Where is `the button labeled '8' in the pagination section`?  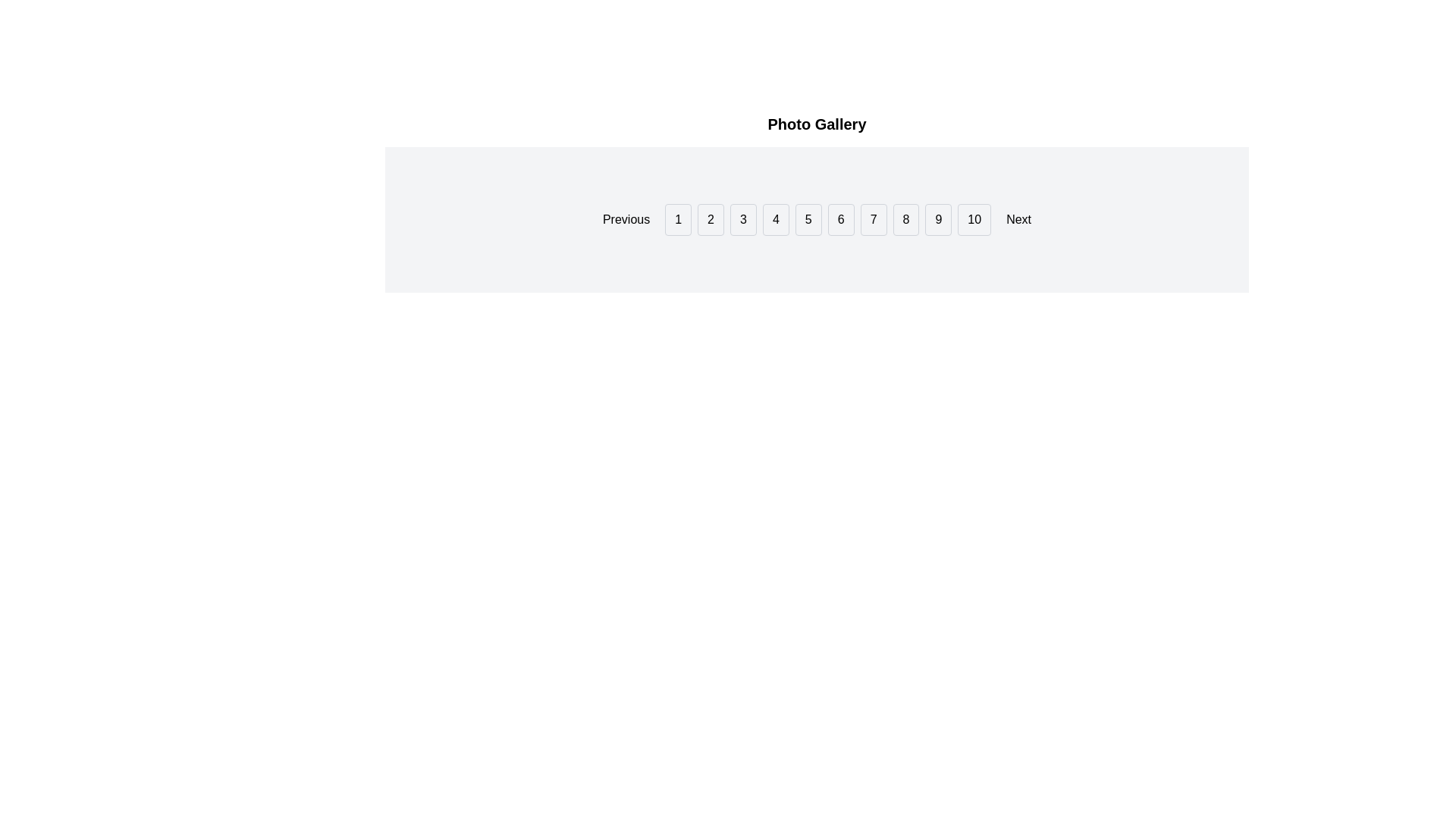 the button labeled '8' in the pagination section is located at coordinates (906, 219).